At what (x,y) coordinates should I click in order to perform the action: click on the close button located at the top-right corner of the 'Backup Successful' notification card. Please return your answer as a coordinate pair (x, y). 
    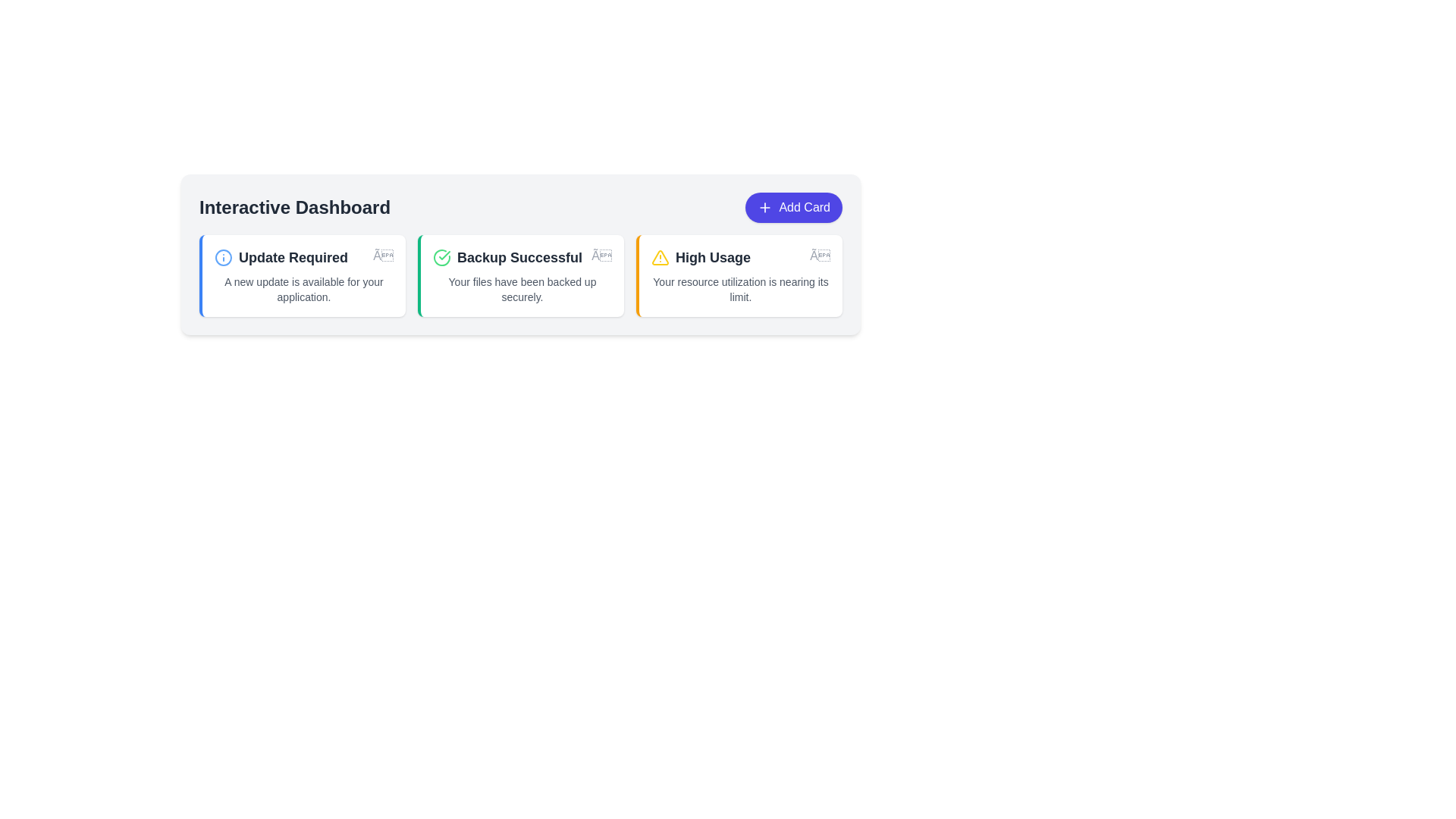
    Looking at the image, I should click on (601, 256).